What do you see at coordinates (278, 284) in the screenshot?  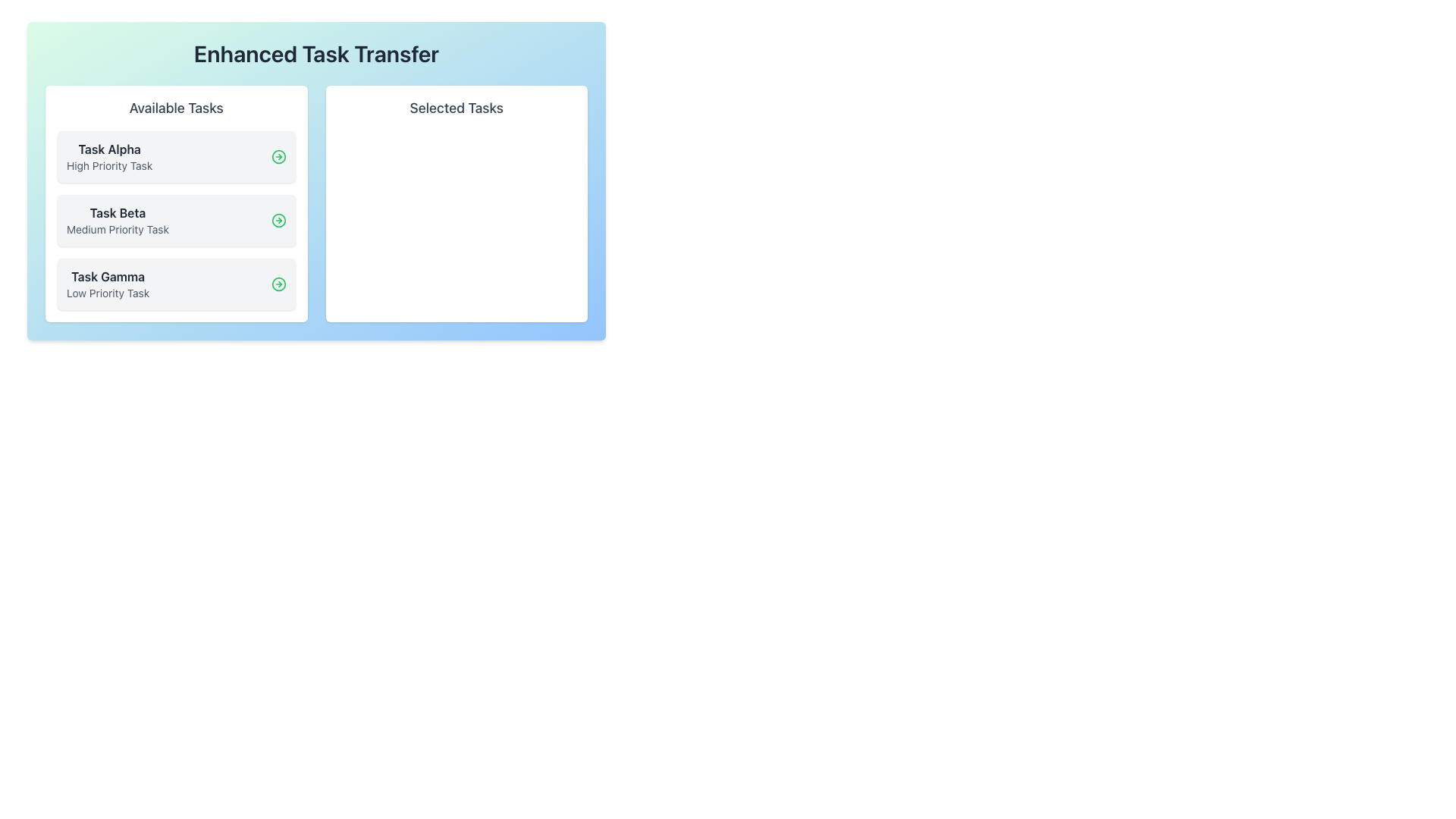 I see `the circular SVG component representing a right arrow within the last task card titled 'Task Gamma' in the 'Available Tasks' section` at bounding box center [278, 284].